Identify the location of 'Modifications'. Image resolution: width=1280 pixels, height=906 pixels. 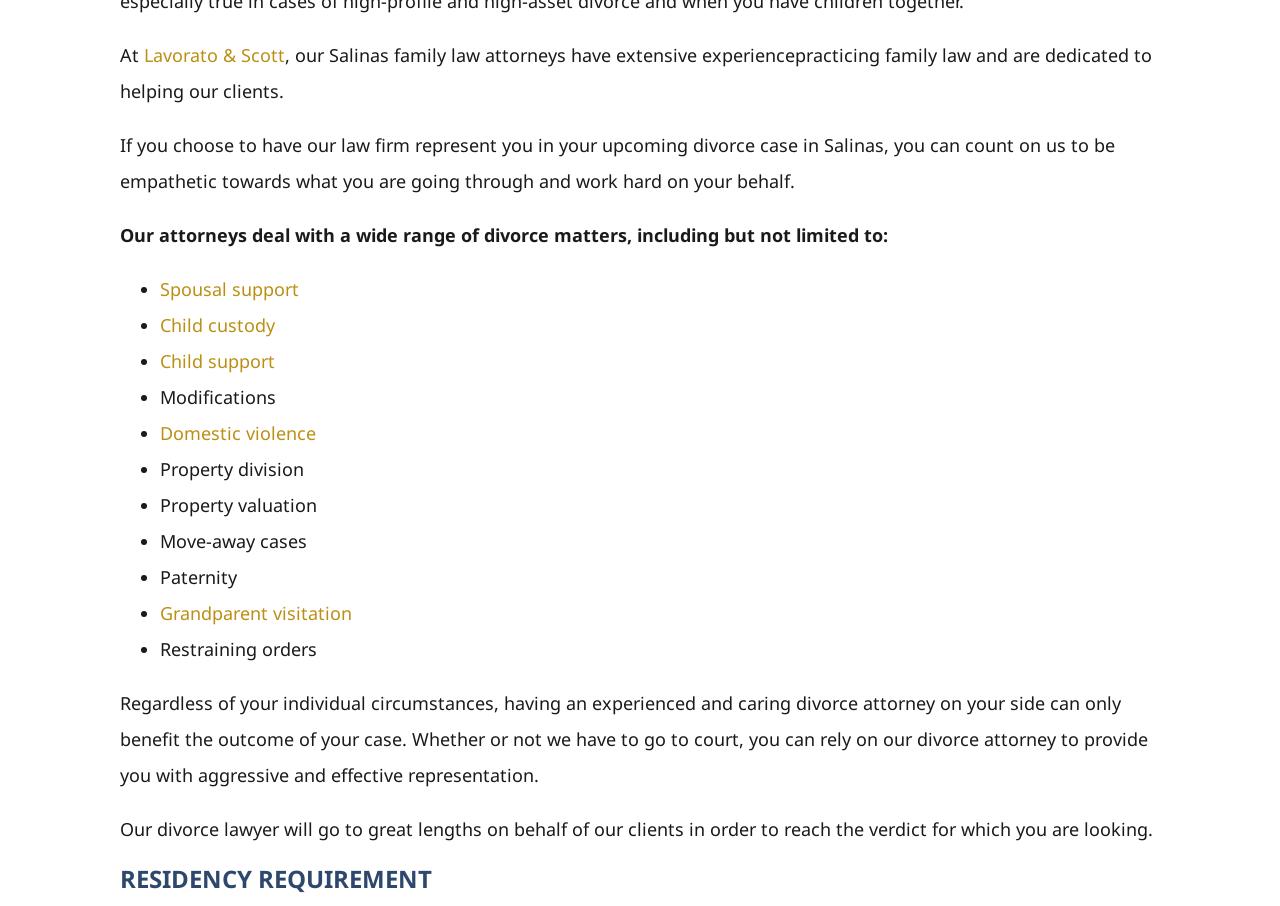
(217, 395).